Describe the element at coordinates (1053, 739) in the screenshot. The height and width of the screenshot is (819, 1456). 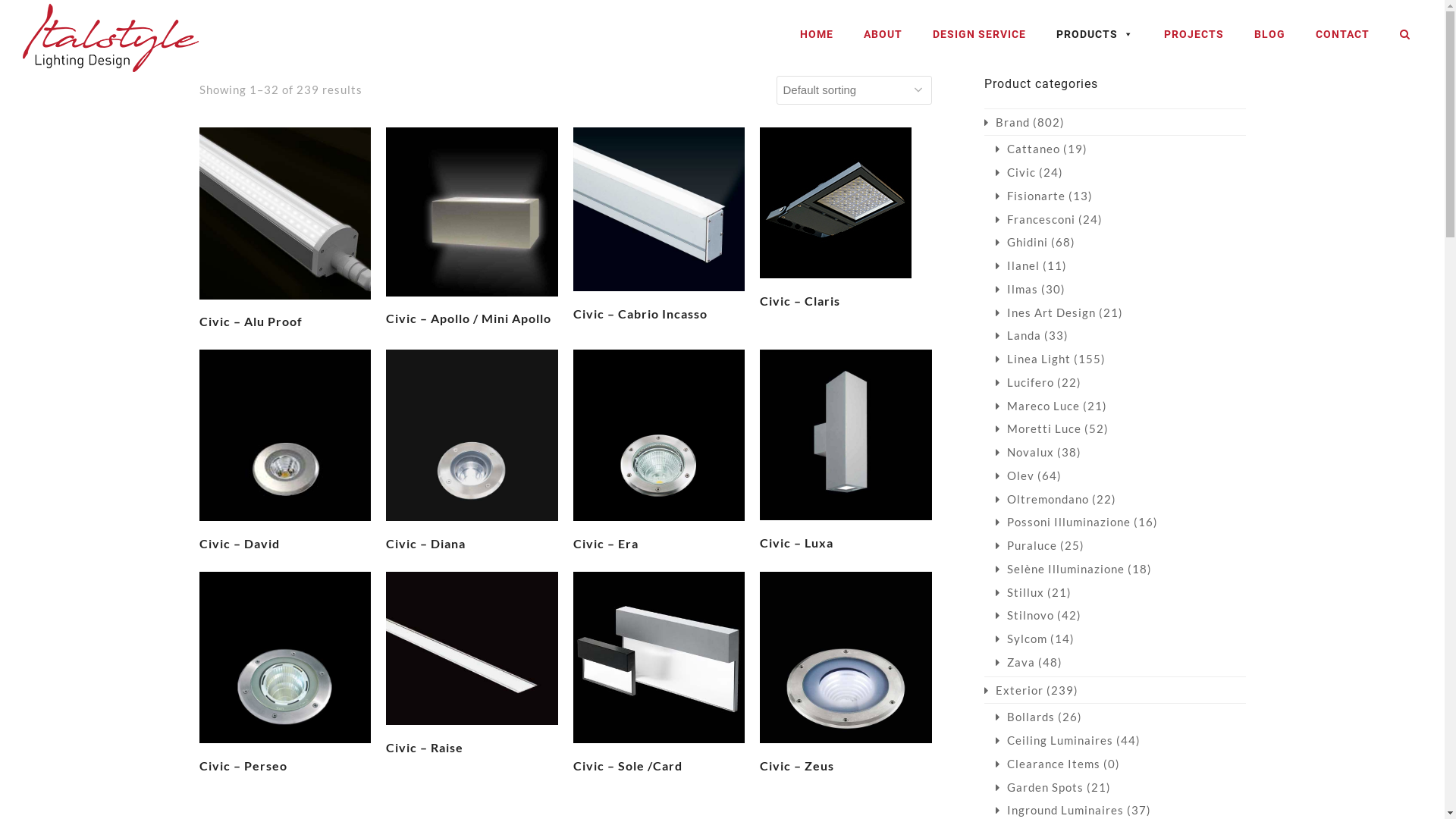
I see `'Ceiling Luminaires'` at that location.